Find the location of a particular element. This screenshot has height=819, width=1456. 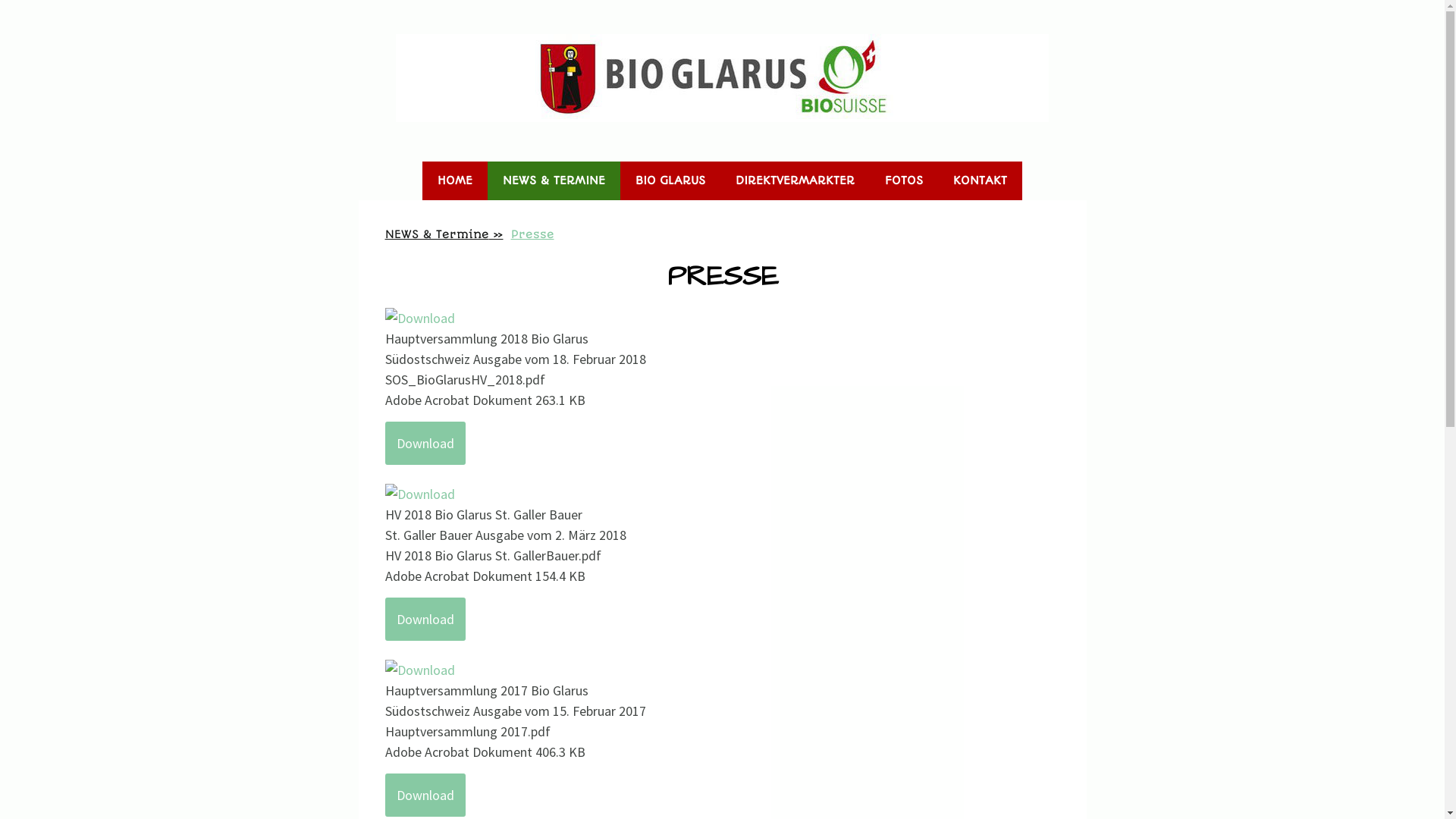

'HOME' is located at coordinates (454, 180).